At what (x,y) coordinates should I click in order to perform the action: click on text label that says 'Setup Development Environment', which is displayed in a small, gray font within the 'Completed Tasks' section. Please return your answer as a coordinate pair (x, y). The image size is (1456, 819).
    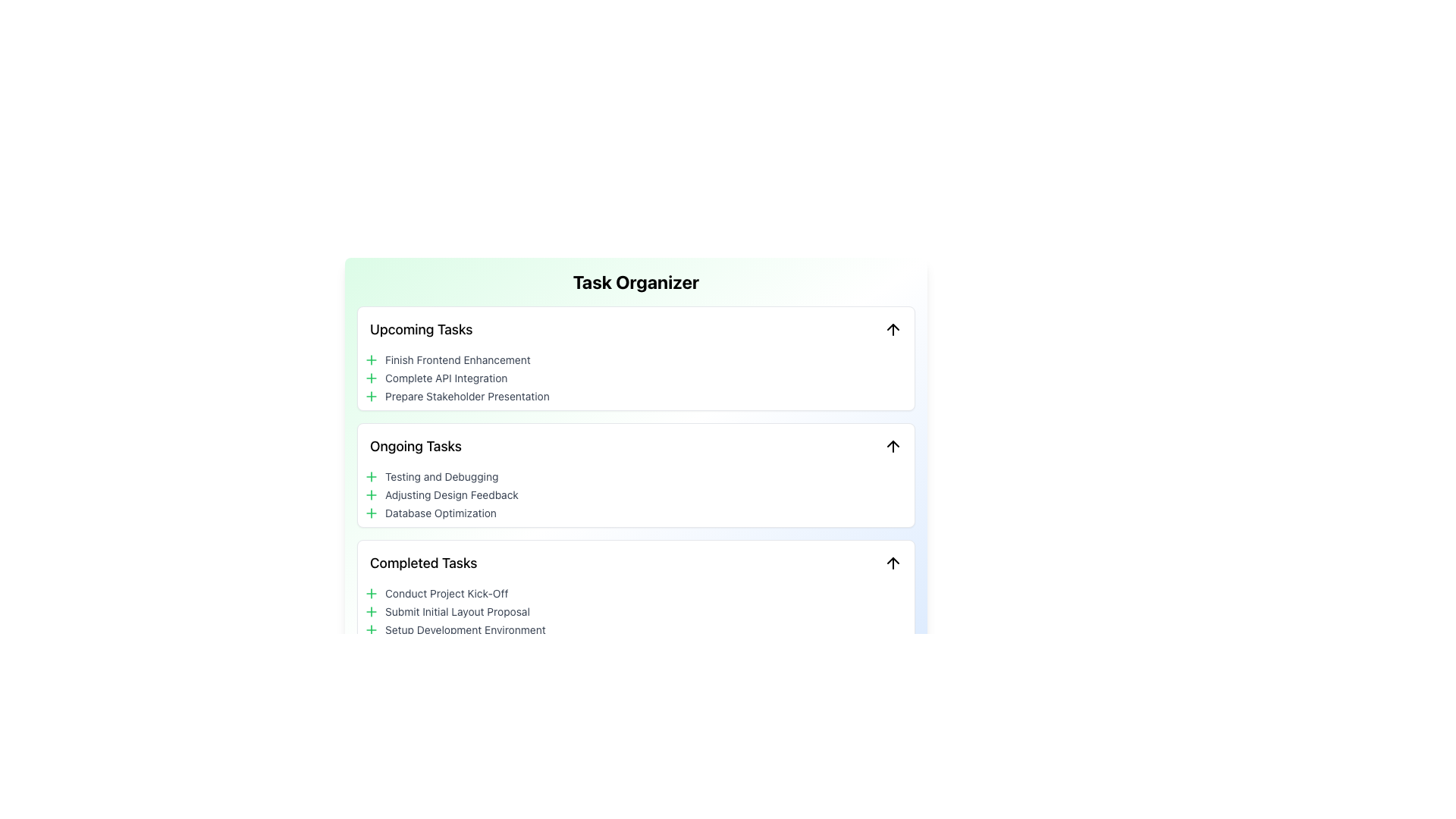
    Looking at the image, I should click on (464, 629).